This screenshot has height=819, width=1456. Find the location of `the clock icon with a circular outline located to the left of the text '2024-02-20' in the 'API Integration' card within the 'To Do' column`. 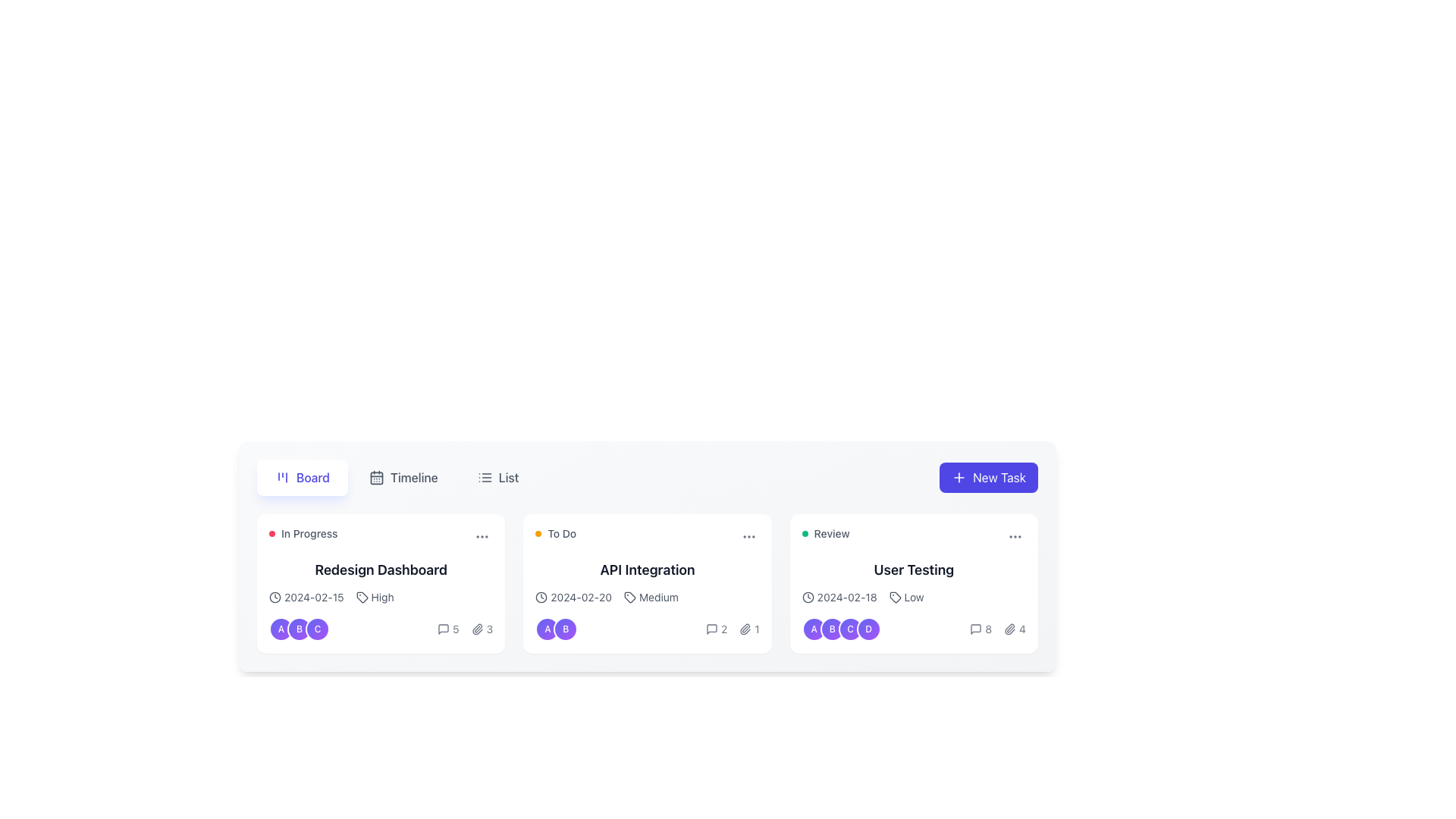

the clock icon with a circular outline located to the left of the text '2024-02-20' in the 'API Integration' card within the 'To Do' column is located at coordinates (541, 596).